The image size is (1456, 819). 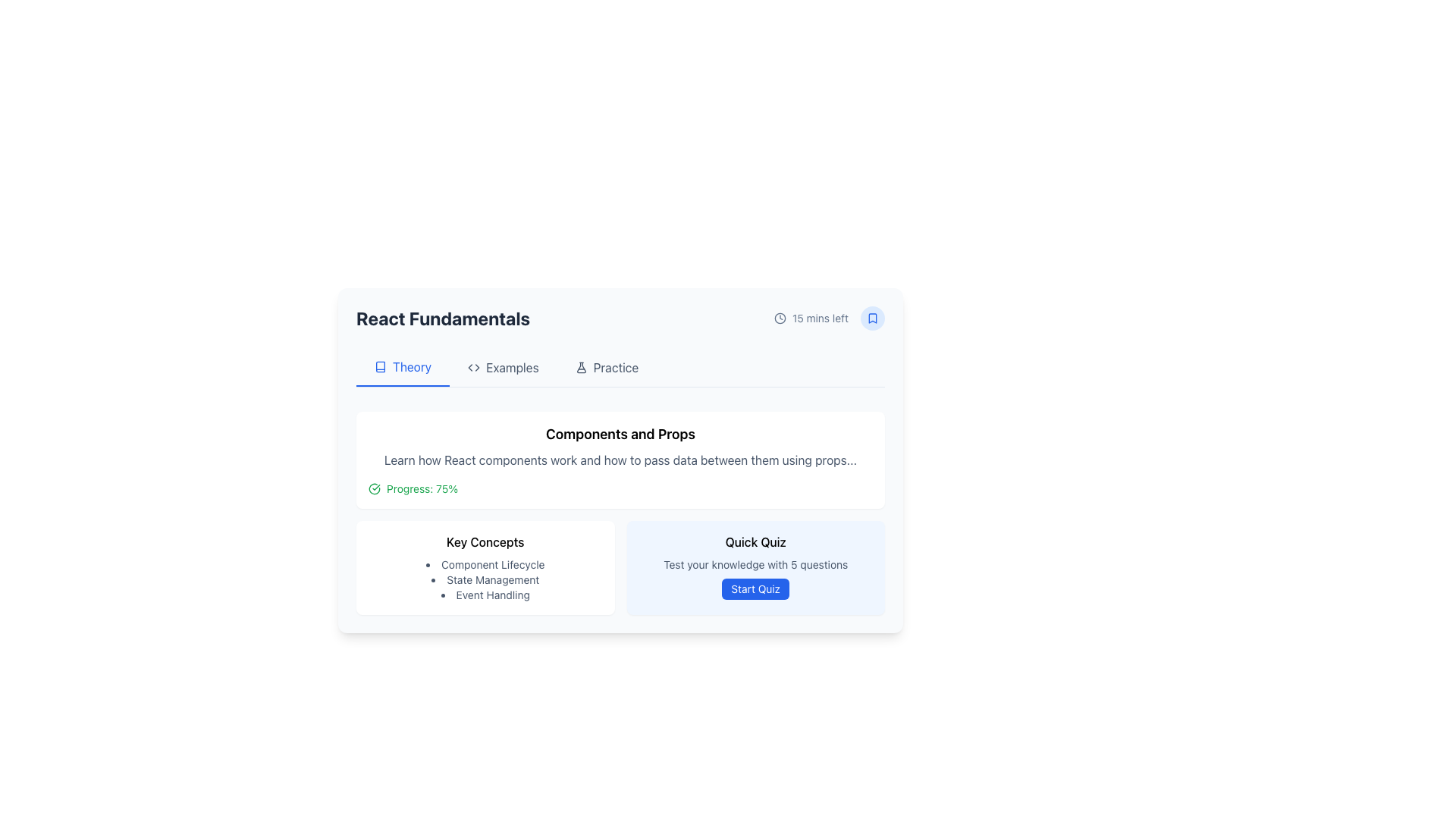 What do you see at coordinates (620, 368) in the screenshot?
I see `the Tab Navigation element located below the title 'React Fundamentals'` at bounding box center [620, 368].